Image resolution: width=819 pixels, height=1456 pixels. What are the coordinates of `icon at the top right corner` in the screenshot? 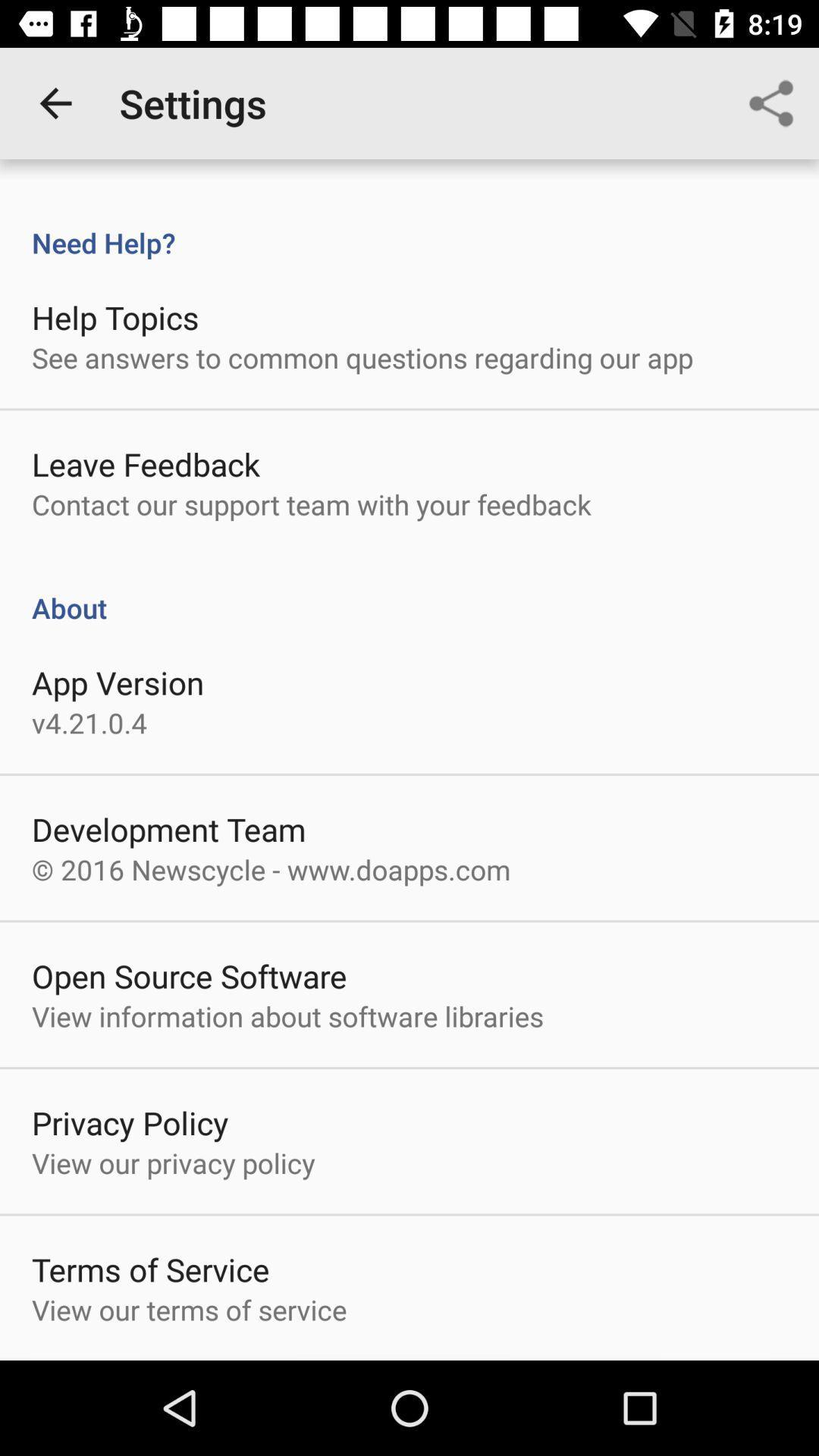 It's located at (771, 102).